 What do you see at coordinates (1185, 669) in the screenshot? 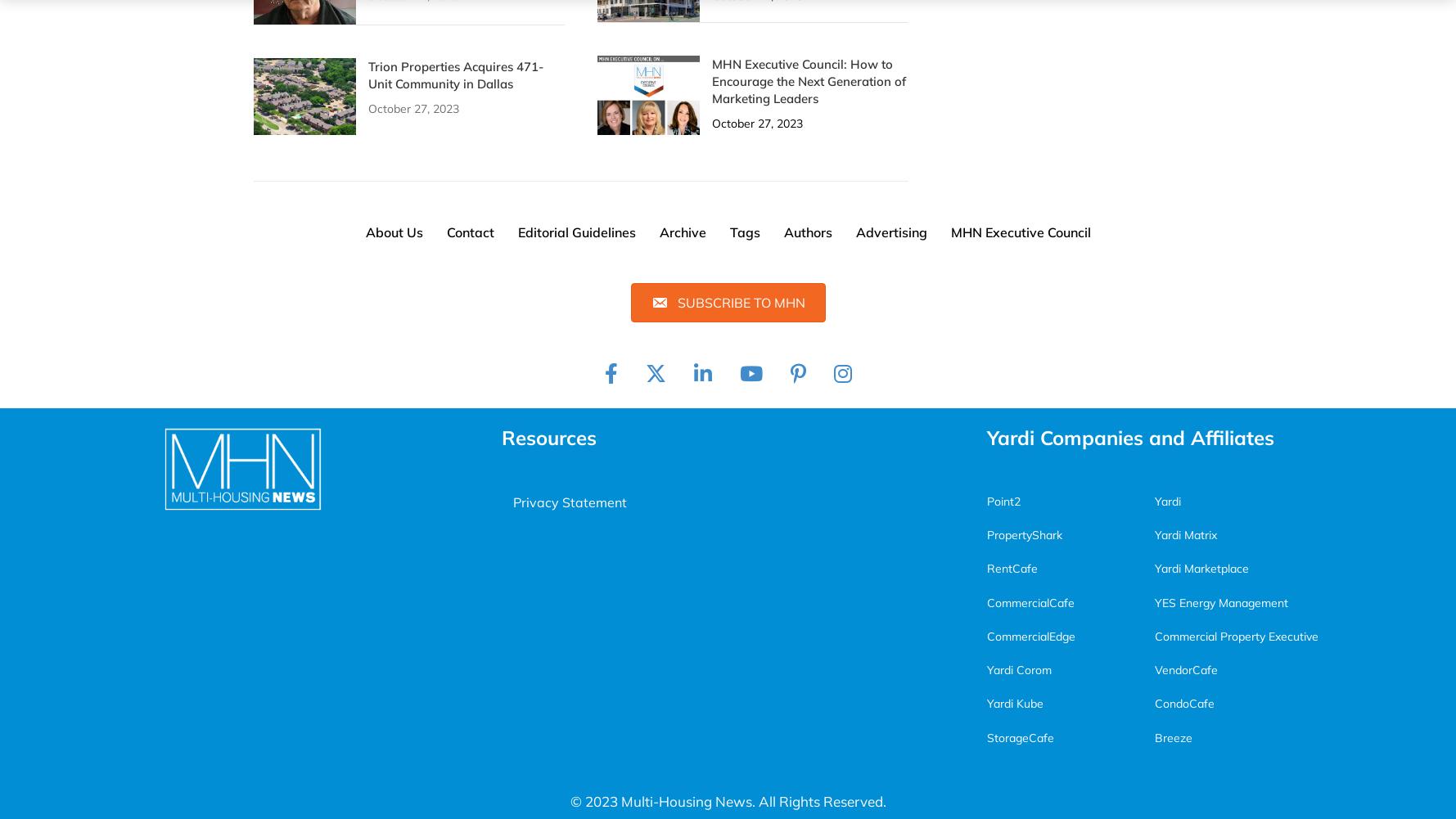
I see `'VendorCafe'` at bounding box center [1185, 669].